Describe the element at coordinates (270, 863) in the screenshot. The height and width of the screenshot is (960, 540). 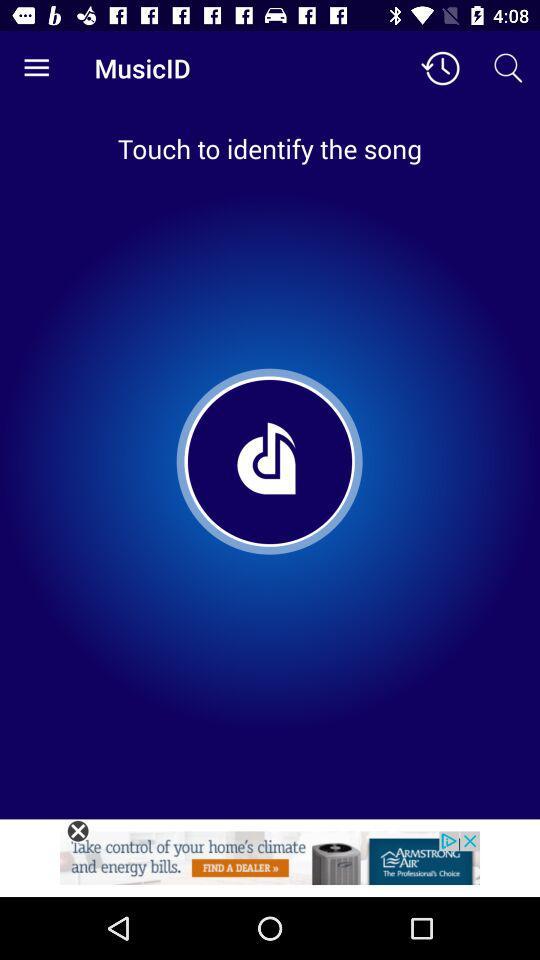
I see `advertisement page` at that location.